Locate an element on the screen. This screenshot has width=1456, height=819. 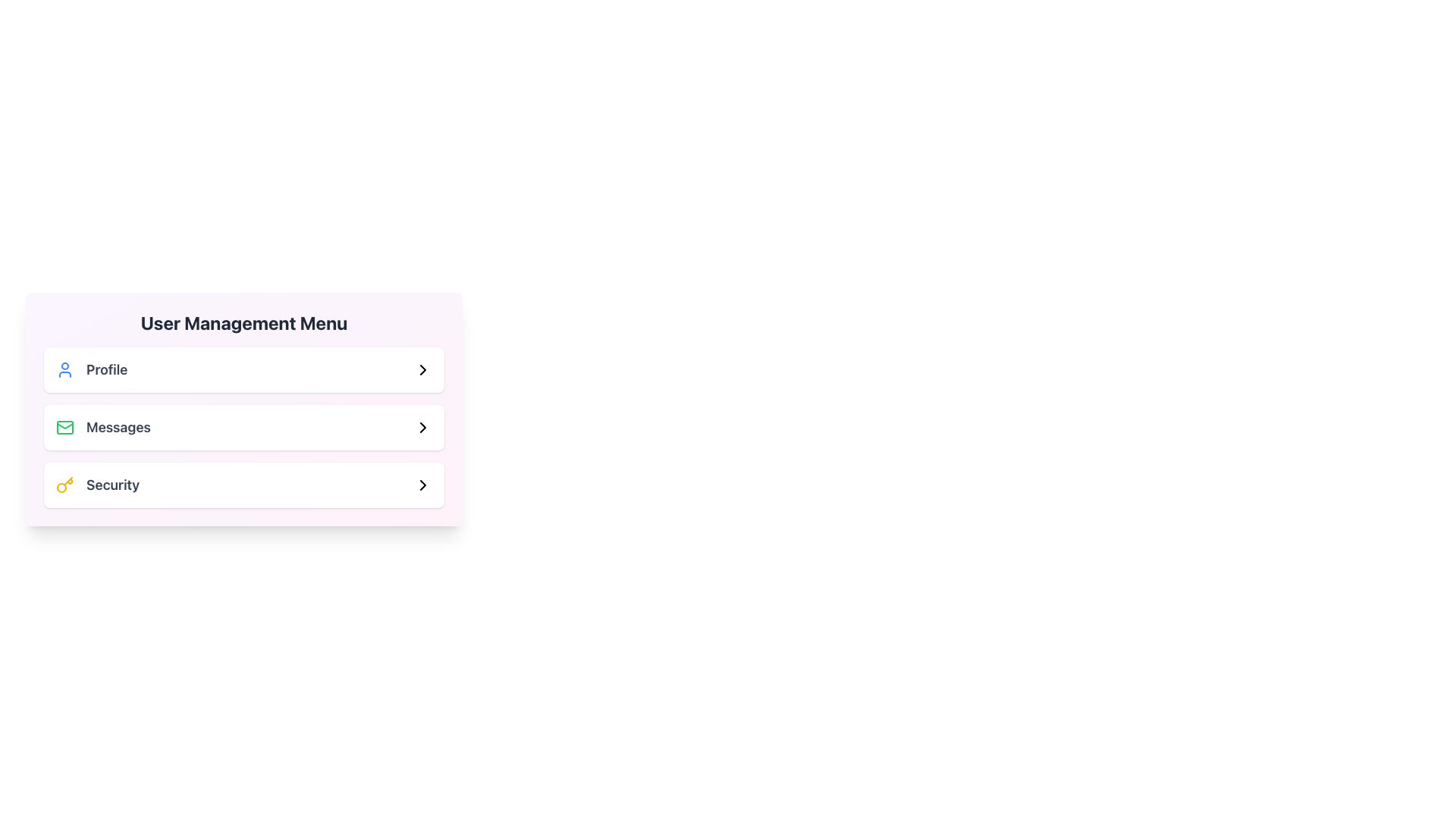
the Chevron icon located at the far right of the 'Profile' menu row within the 'User Management Menu' is located at coordinates (422, 370).